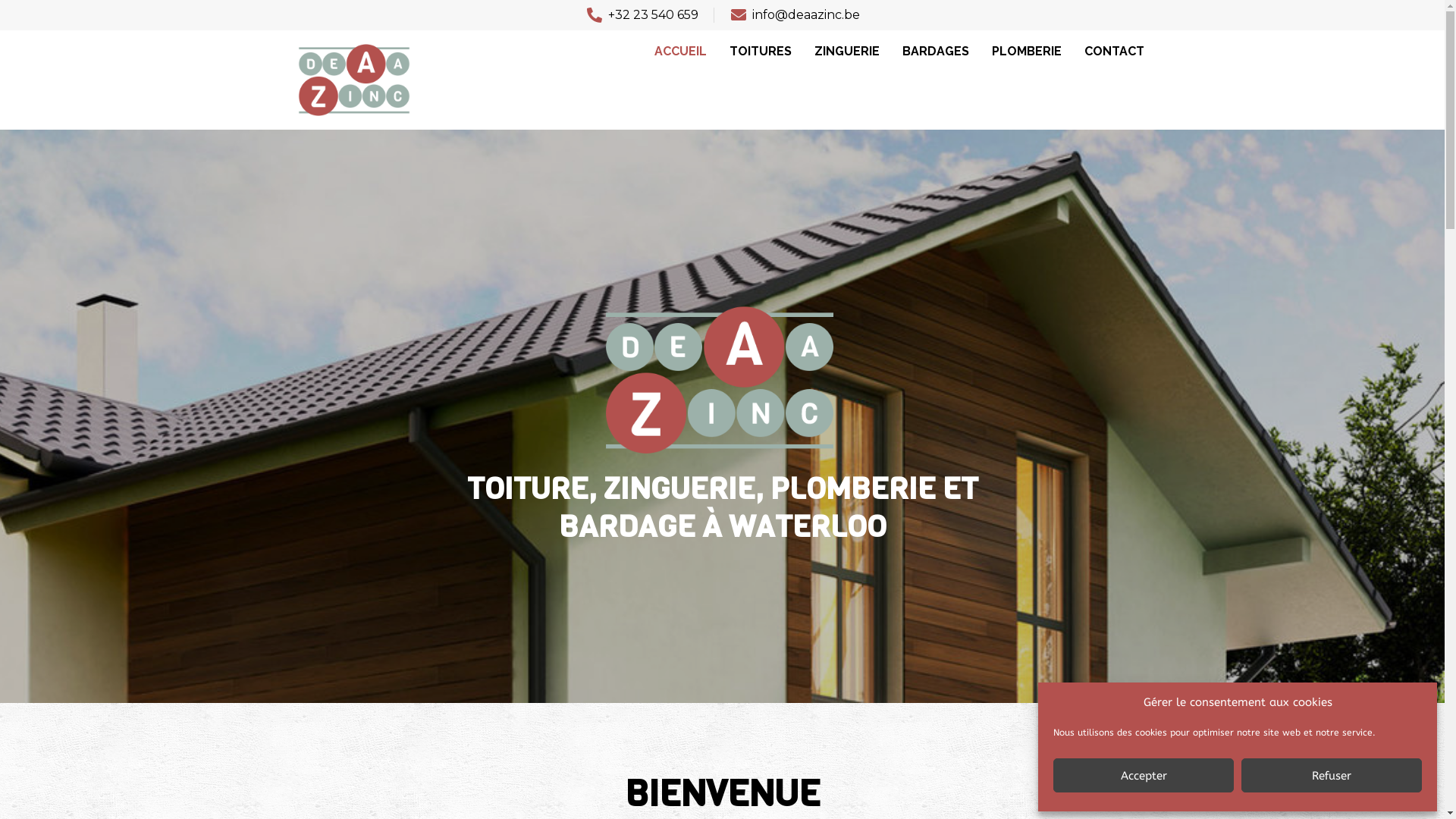 This screenshot has height=819, width=1456. Describe the element at coordinates (761, 51) in the screenshot. I see `'TOITURES'` at that location.